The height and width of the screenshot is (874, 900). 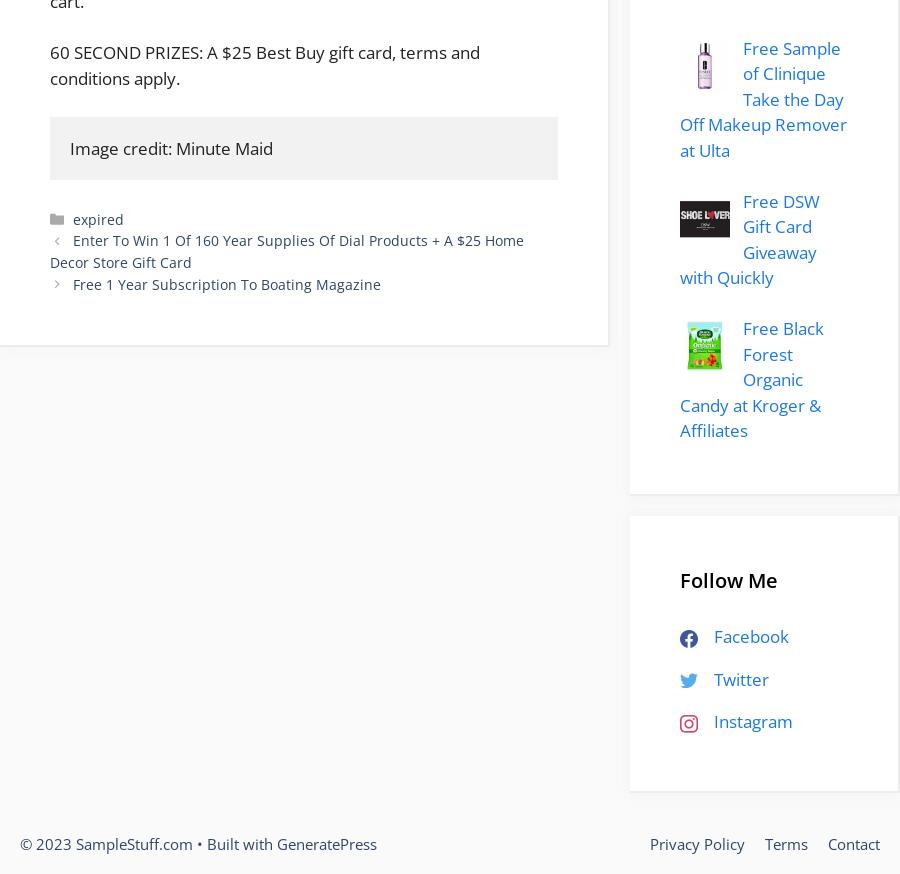 I want to click on 'Follow Me', so click(x=728, y=579).